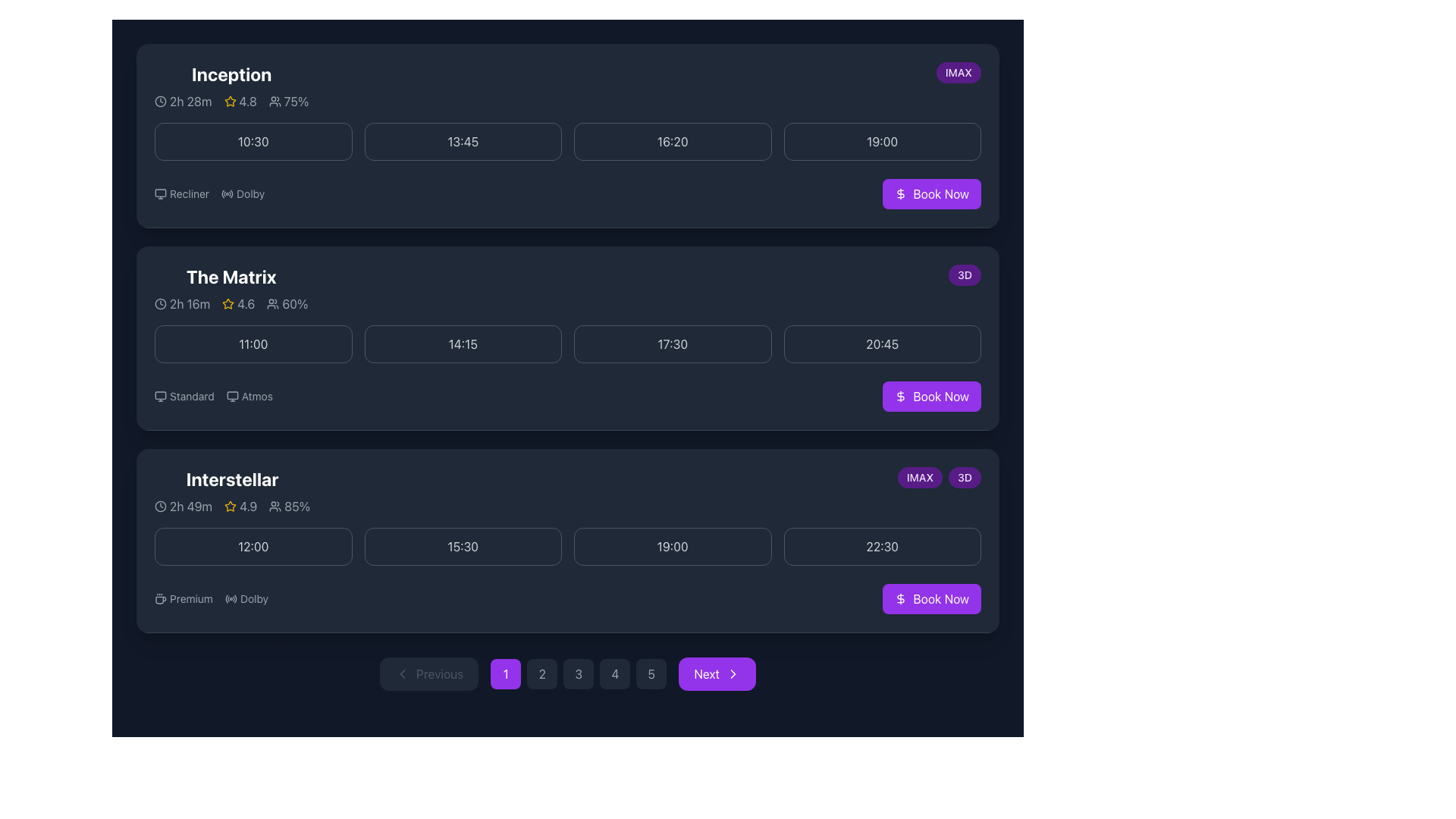  What do you see at coordinates (254, 598) in the screenshot?
I see `the text label displaying 'Dolby', which indicates the audio format for the movie 'Interstellar', located below the 'Premium' label and to the right of a speaker-like icon` at bounding box center [254, 598].